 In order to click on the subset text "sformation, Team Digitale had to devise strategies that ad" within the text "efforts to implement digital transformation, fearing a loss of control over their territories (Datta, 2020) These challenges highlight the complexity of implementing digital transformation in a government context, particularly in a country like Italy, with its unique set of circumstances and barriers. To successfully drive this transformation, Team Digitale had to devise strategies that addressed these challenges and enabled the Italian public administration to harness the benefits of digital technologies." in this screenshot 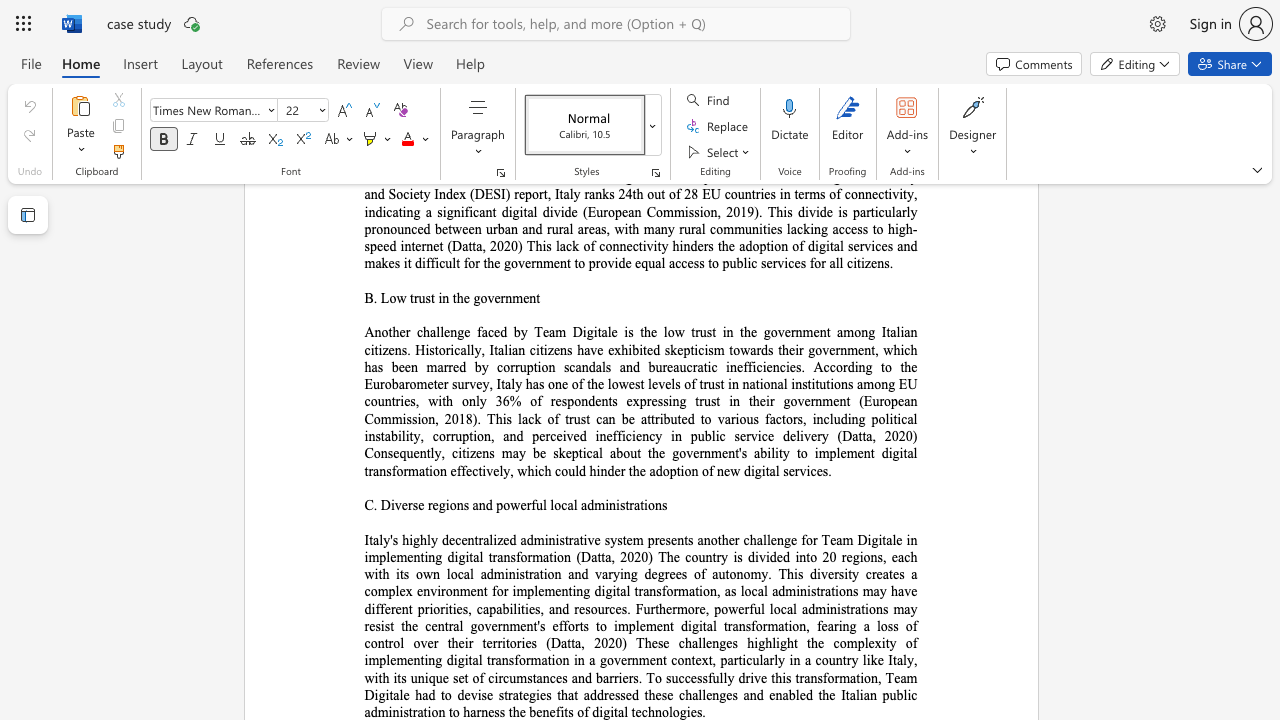, I will do `click(817, 677)`.